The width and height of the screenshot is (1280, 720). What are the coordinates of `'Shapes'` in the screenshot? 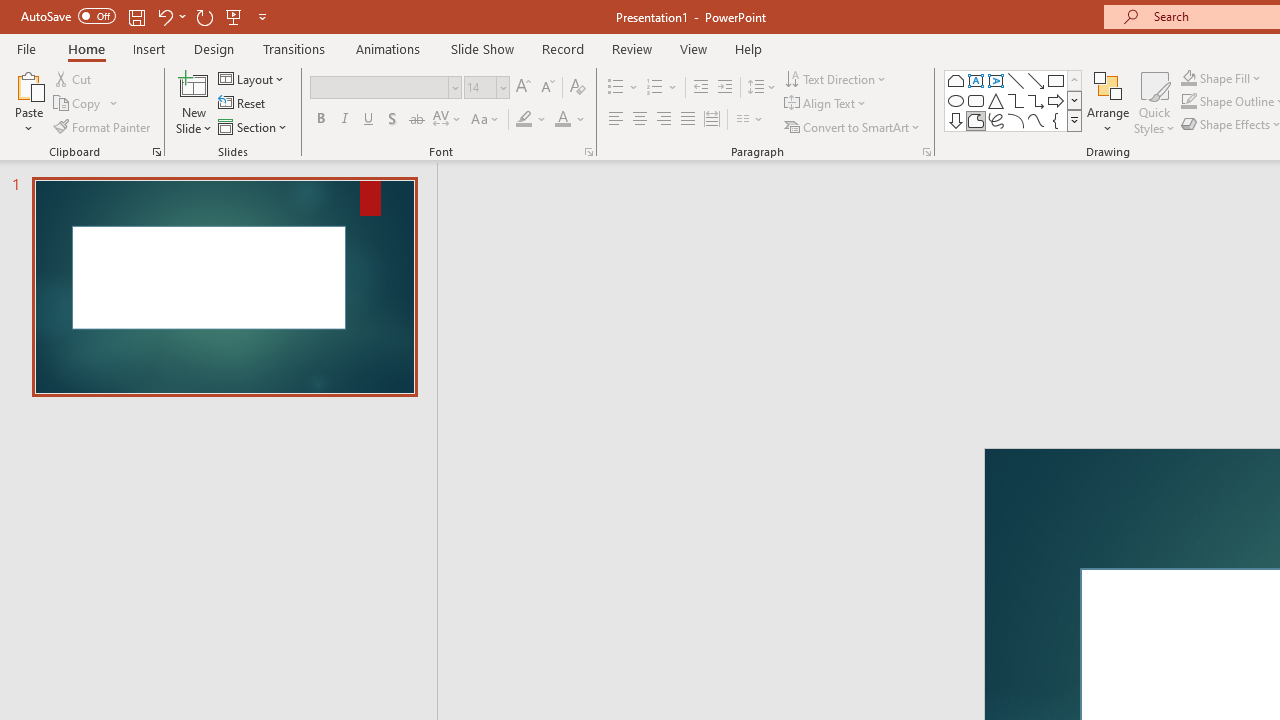 It's located at (1073, 120).